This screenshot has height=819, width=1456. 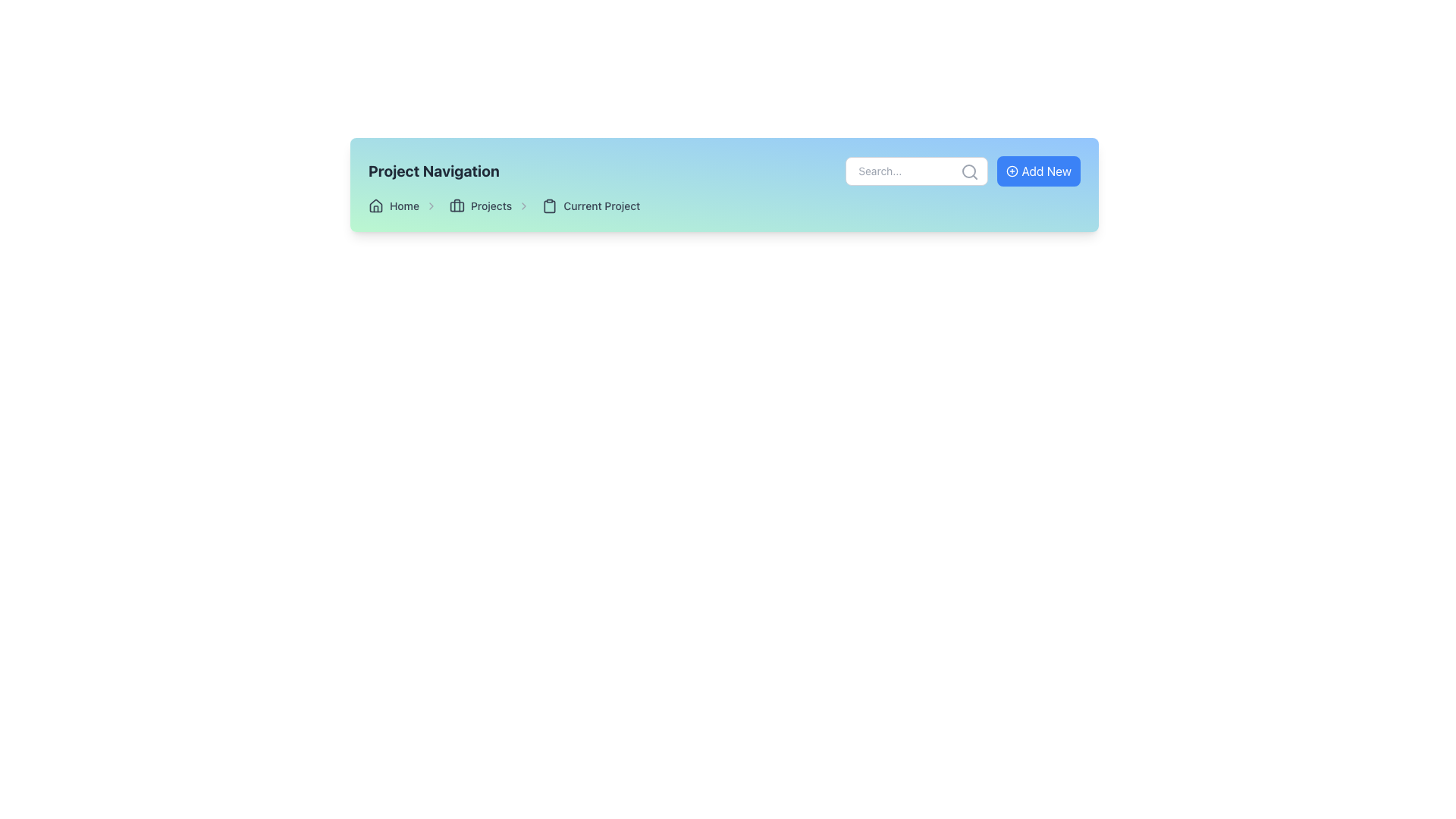 What do you see at coordinates (457, 205) in the screenshot?
I see `left vertical bar inside the briefcase icon representing the 'Projects' section of the breadcrumb in the navigation bar` at bounding box center [457, 205].